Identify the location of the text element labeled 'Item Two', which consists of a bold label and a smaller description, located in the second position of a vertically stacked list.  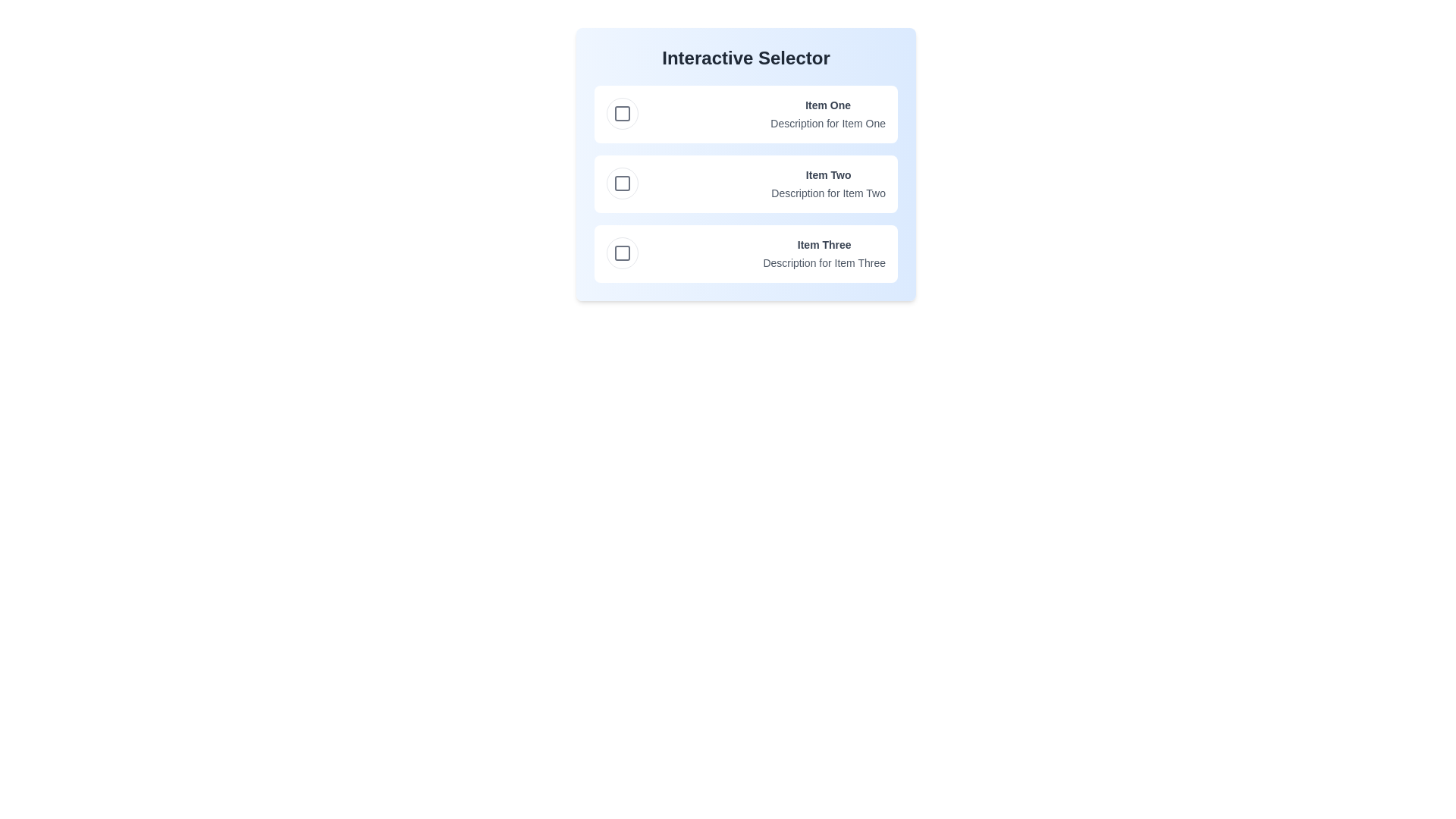
(827, 184).